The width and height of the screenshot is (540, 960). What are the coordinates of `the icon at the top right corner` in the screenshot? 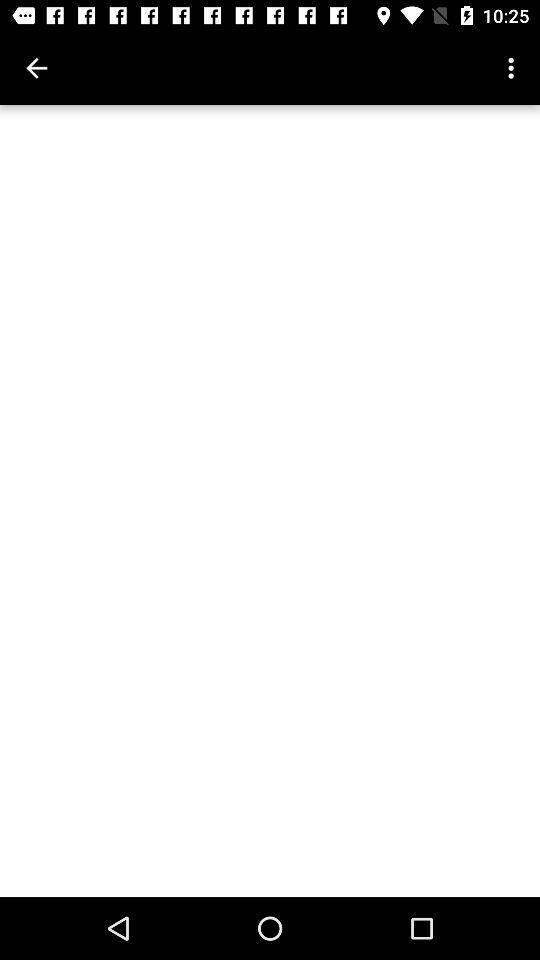 It's located at (513, 68).